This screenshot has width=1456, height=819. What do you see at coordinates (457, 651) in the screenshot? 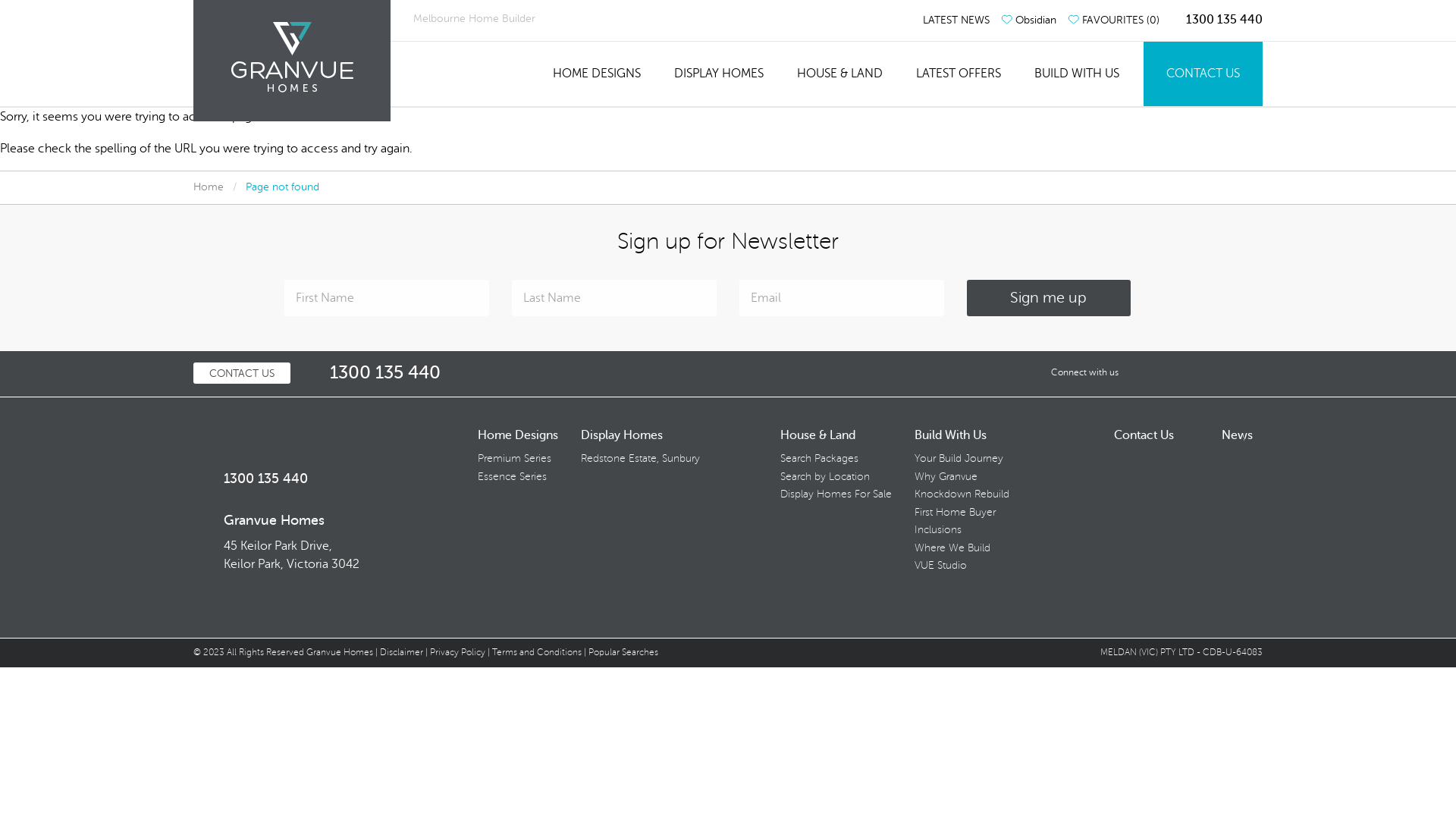
I see `'Privacy Policy'` at bounding box center [457, 651].